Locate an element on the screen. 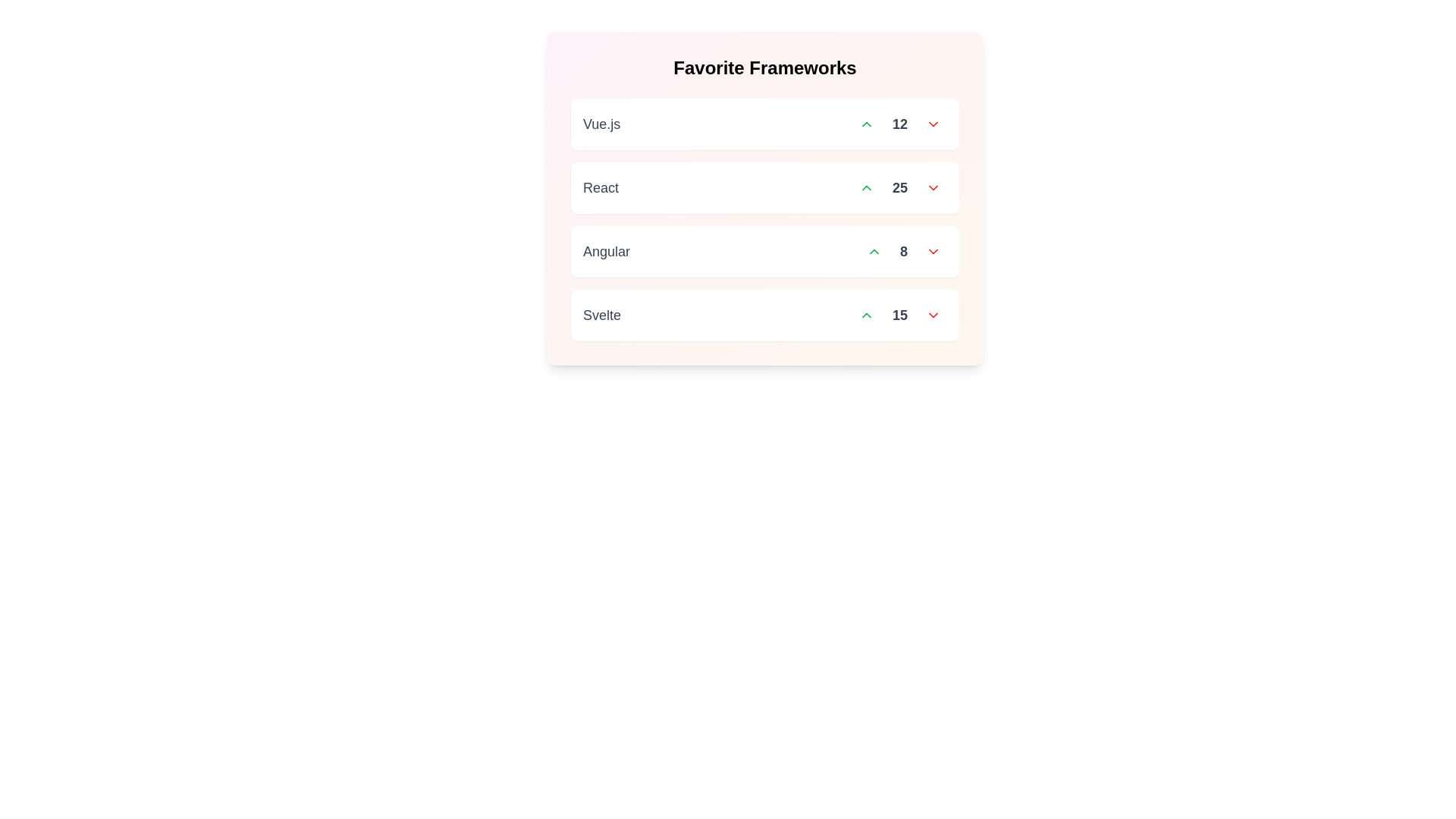 The width and height of the screenshot is (1456, 819). upvote button for the item Vue.js is located at coordinates (866, 124).